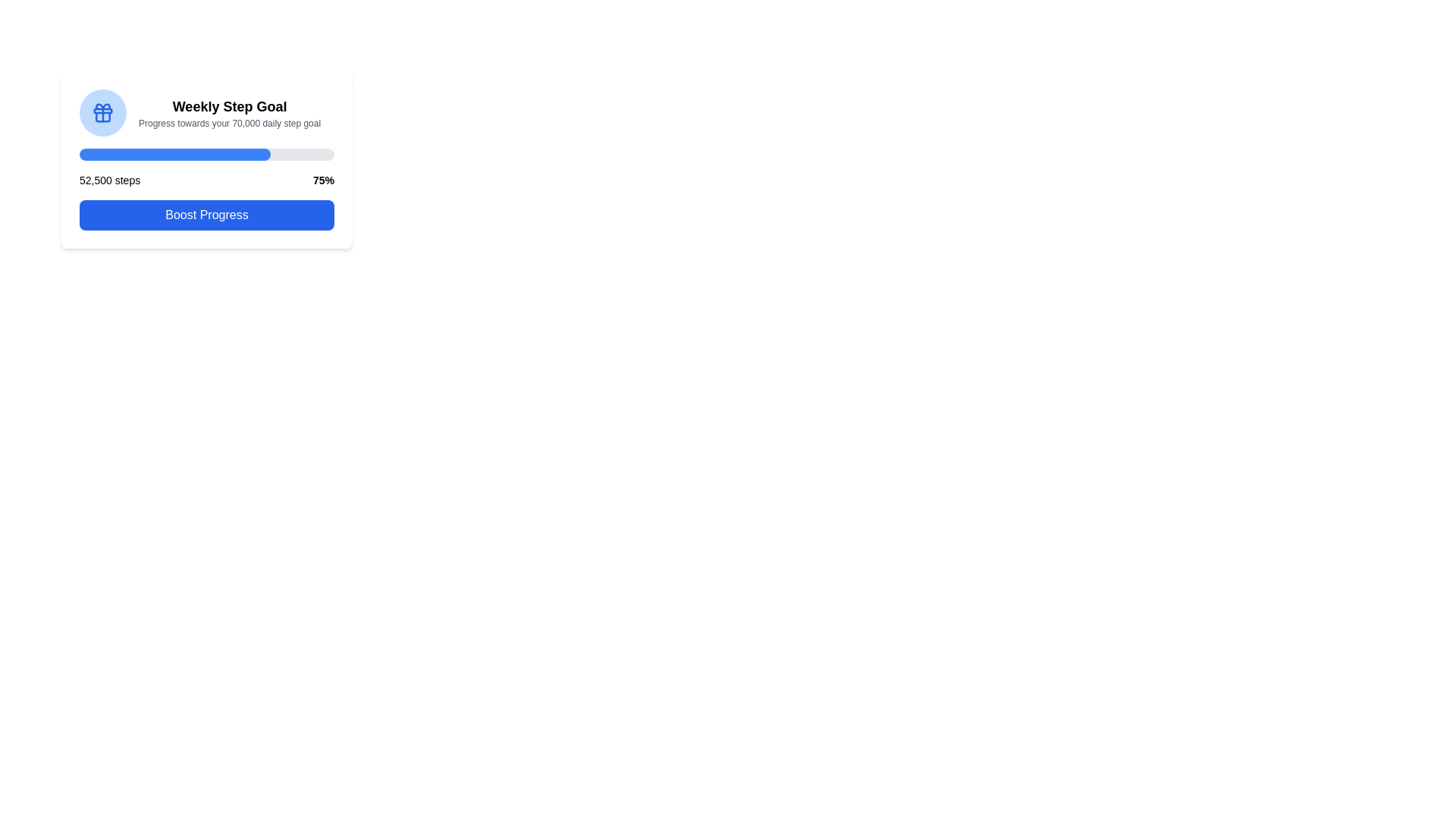 Image resolution: width=1456 pixels, height=819 pixels. I want to click on the 'Weekly Step Goal' Textual Information Block which includes a bold headline and a description, located at the top section of a rectangular card, so click(206, 112).